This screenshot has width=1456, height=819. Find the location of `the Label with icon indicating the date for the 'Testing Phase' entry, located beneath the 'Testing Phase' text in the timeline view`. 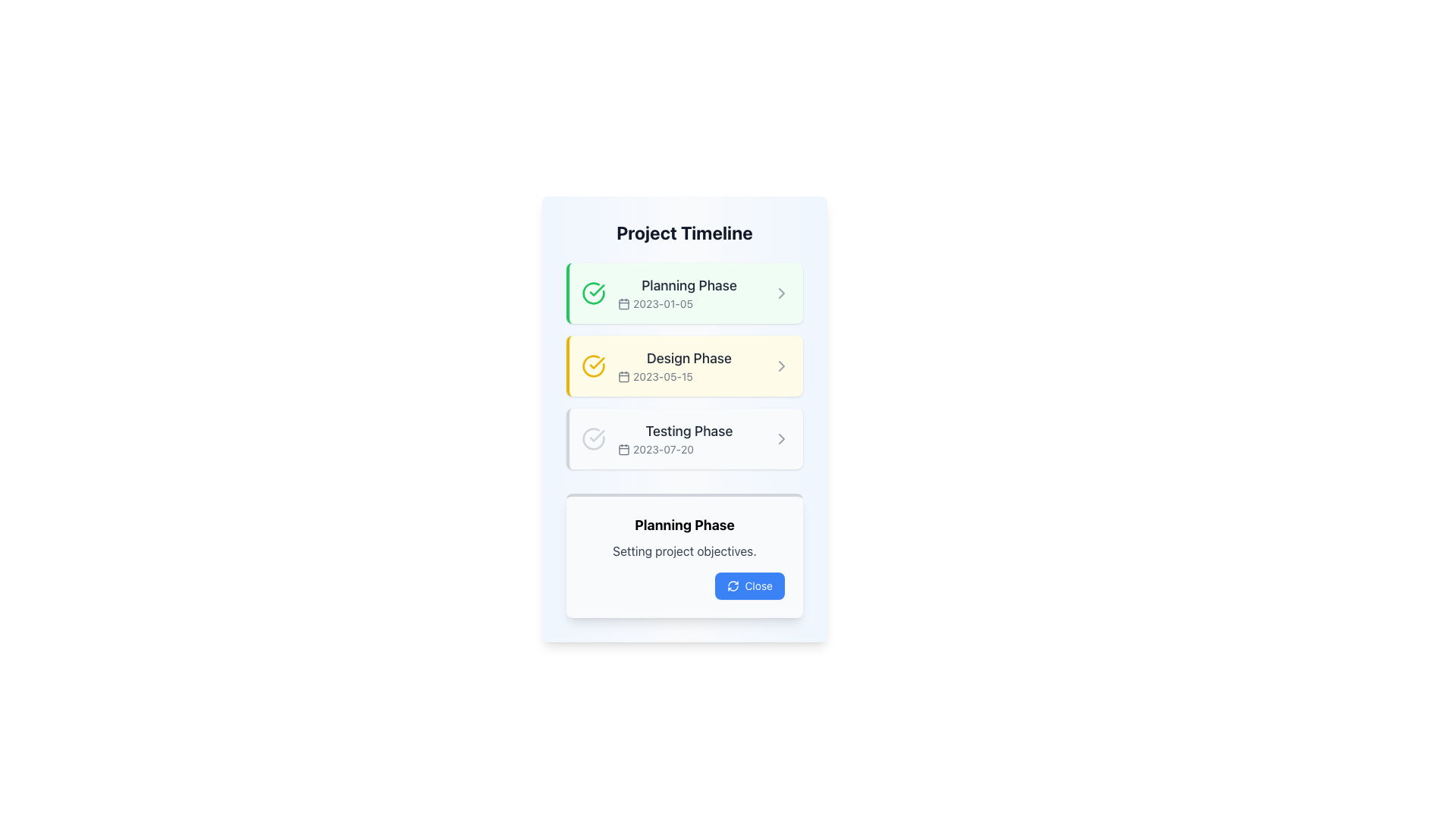

the Label with icon indicating the date for the 'Testing Phase' entry, located beneath the 'Testing Phase' text in the timeline view is located at coordinates (688, 449).